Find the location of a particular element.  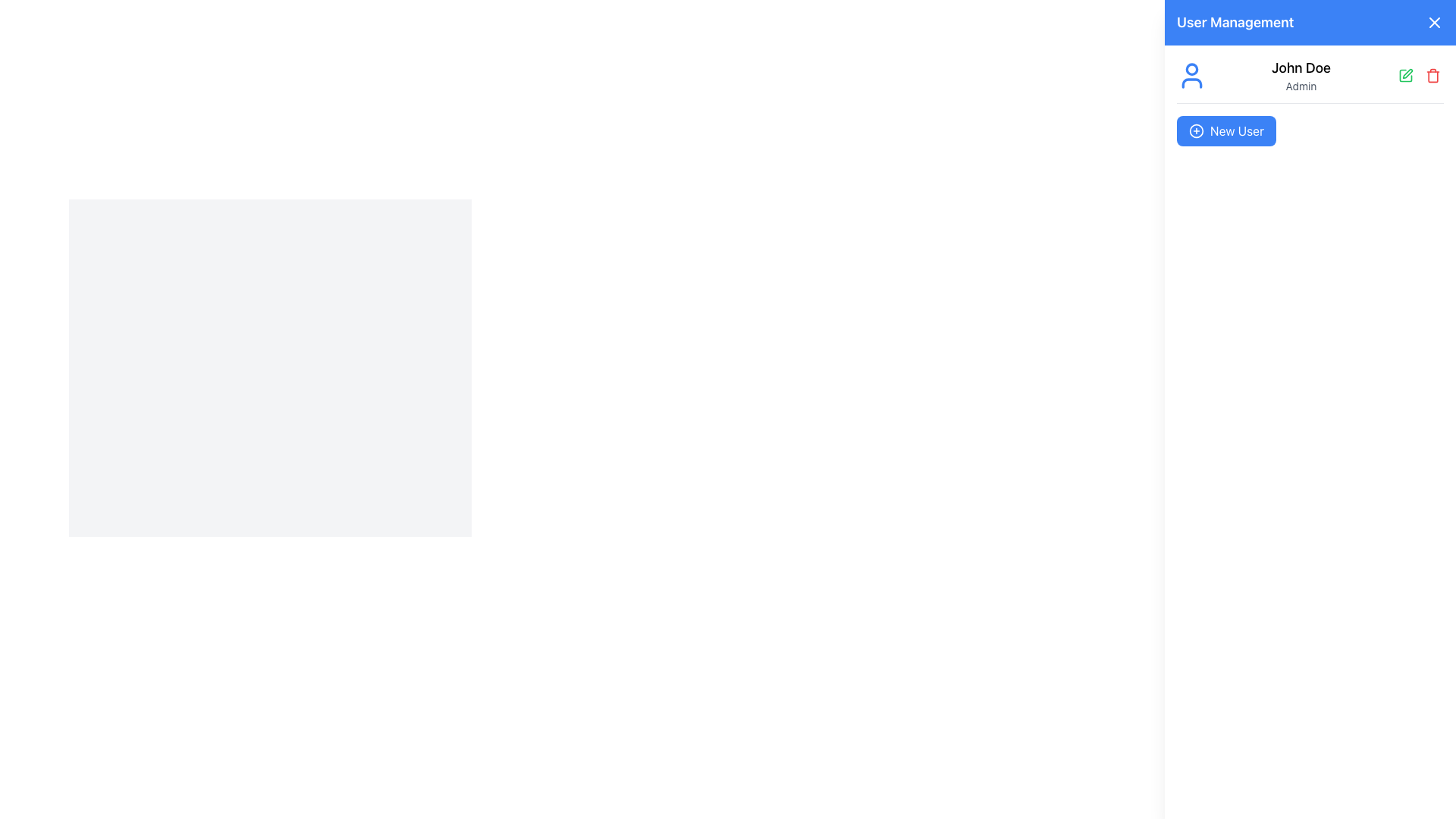

the user icon styled as an SVG graphic with a blue color, located prominently to the left of the 'John Doe' label in the user management section is located at coordinates (1191, 76).